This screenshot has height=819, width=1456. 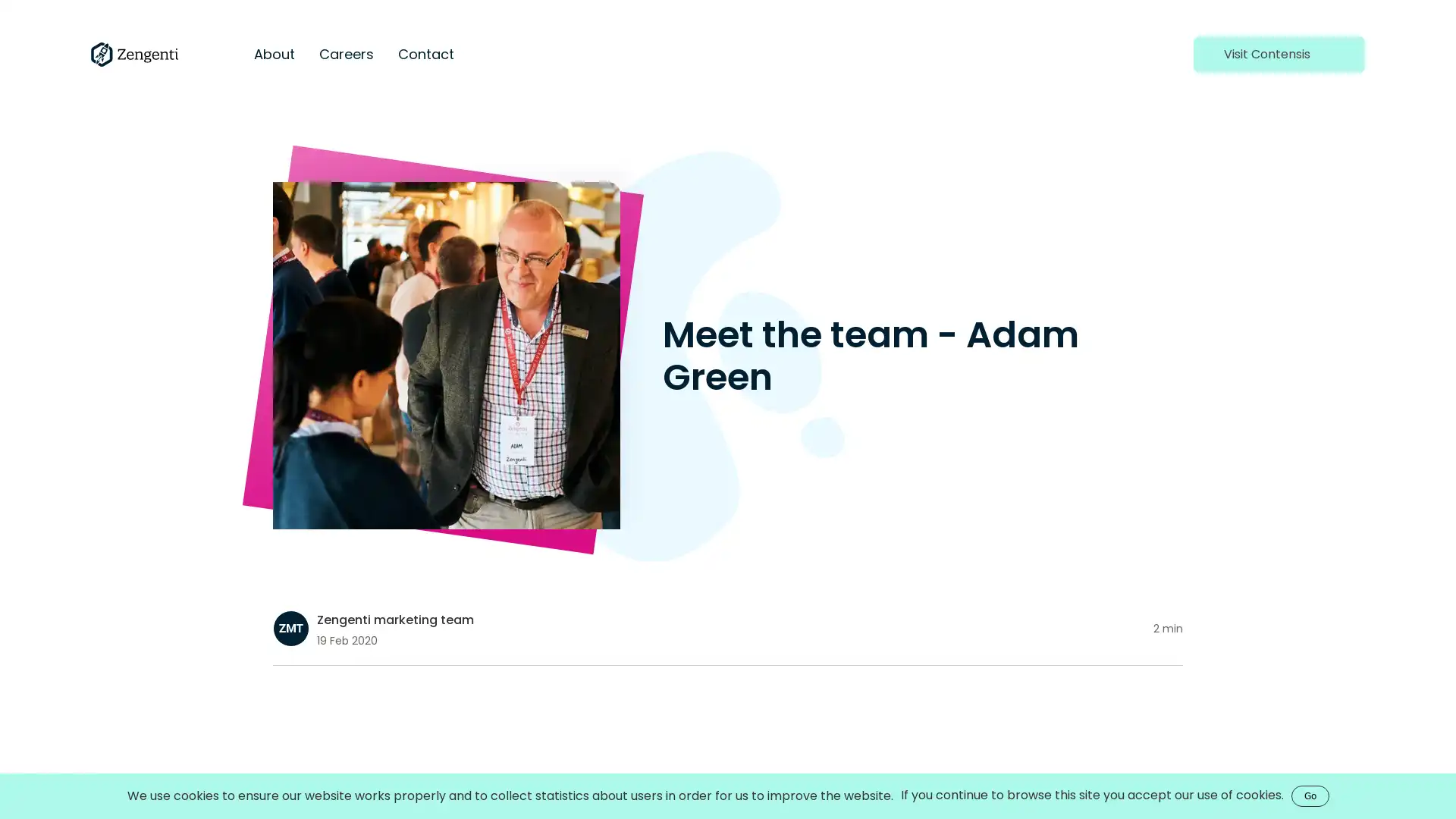 I want to click on Go, so click(x=1309, y=795).